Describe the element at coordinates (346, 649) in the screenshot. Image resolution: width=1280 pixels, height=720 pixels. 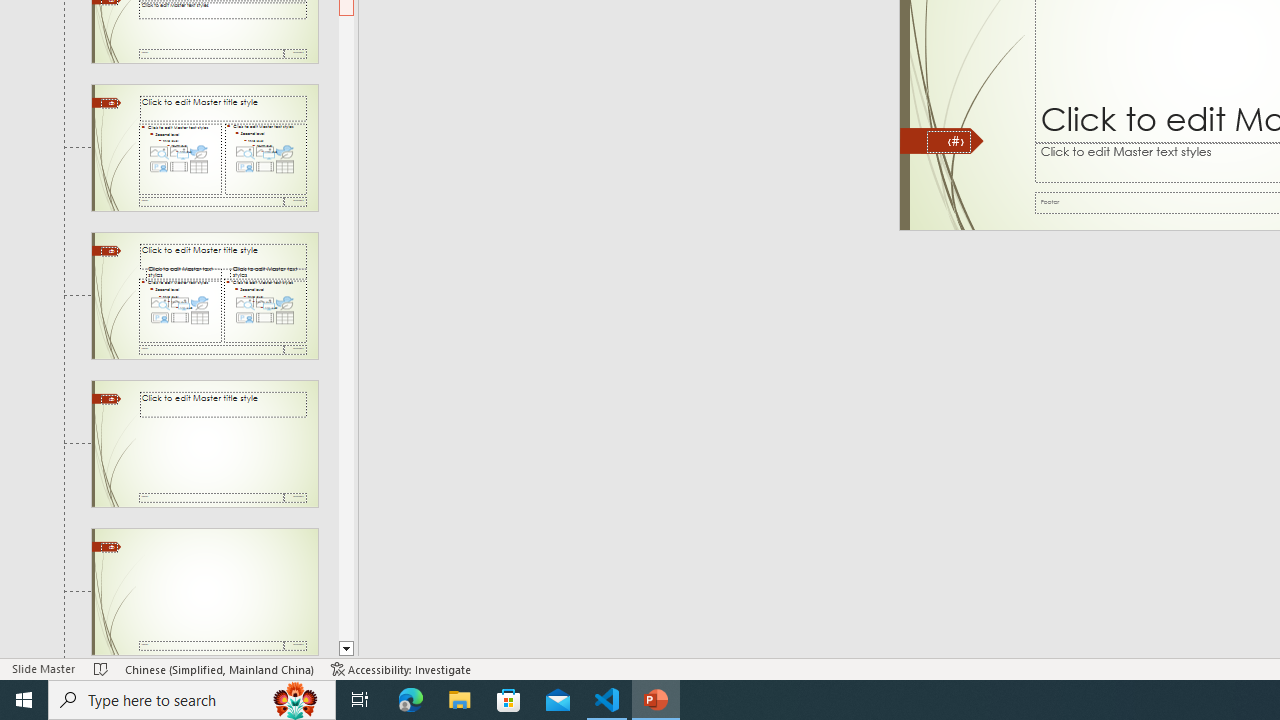
I see `'Line down'` at that location.